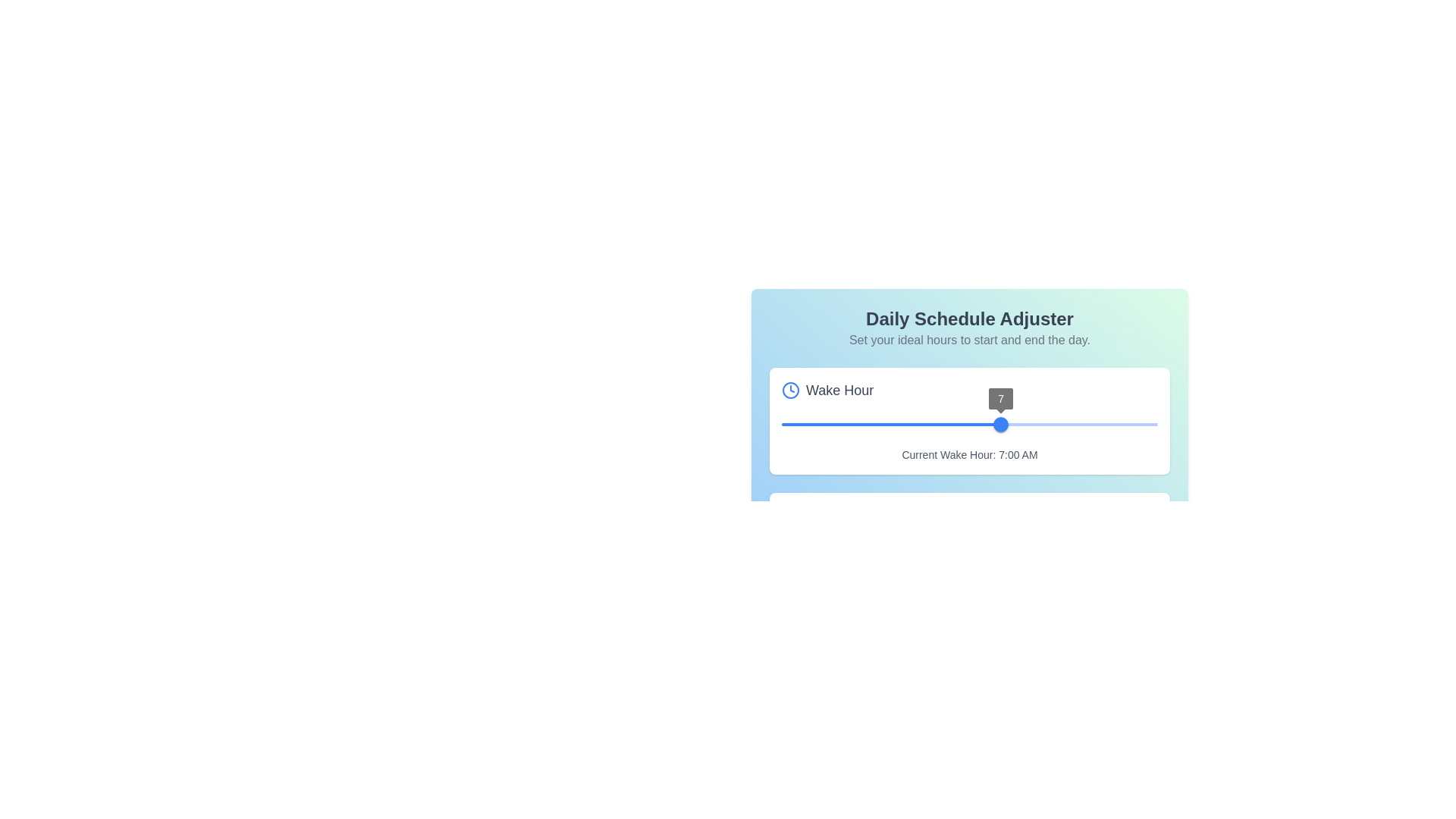 This screenshot has height=819, width=1456. What do you see at coordinates (968, 390) in the screenshot?
I see `the 'Wake Hour' label with a blue clock icon located in the upper section of the white card, positioned to the left of the slider and above the subtitle 'Current Wake Hour: 7:00 AM'` at bounding box center [968, 390].